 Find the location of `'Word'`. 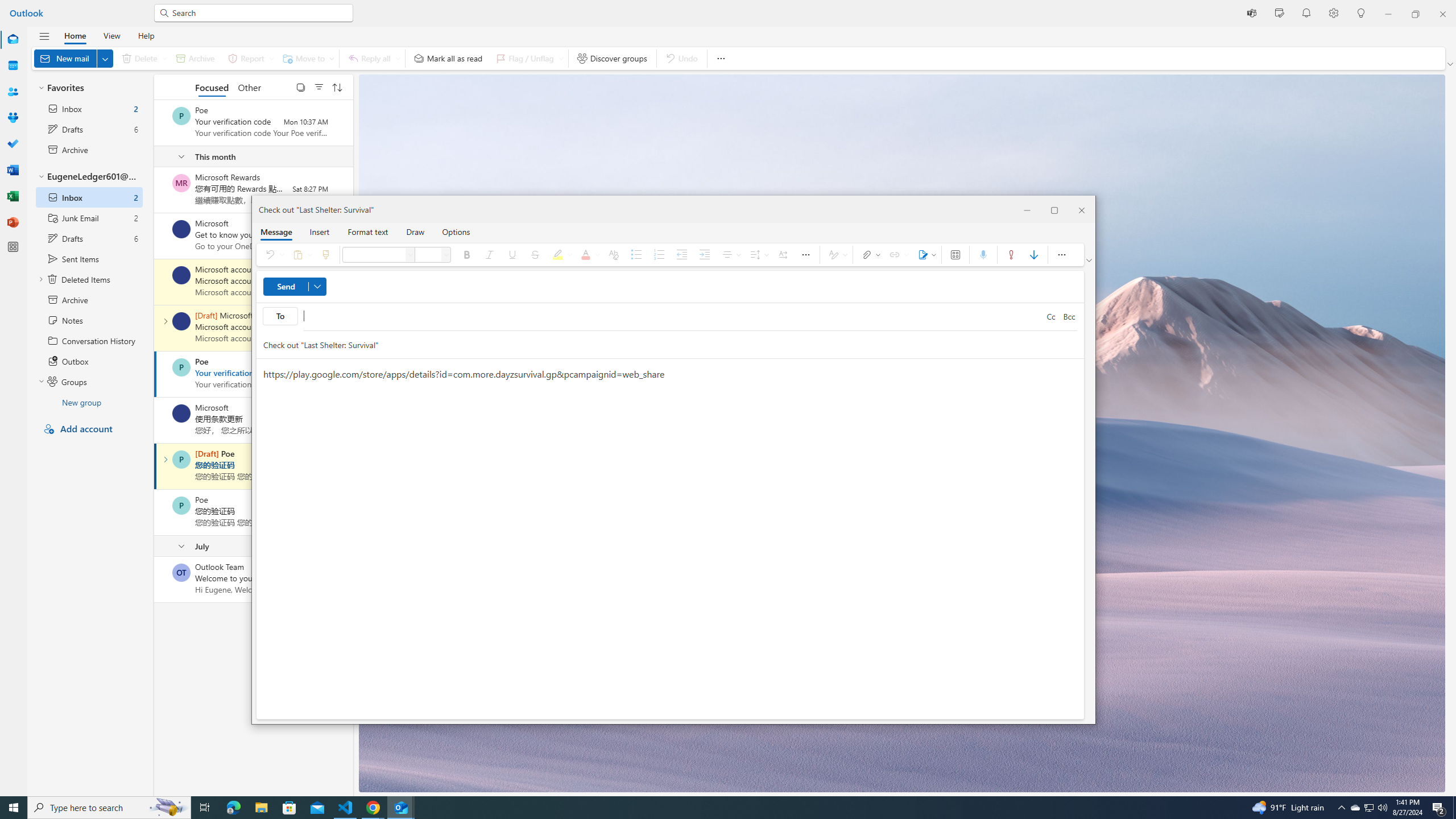

'Word' is located at coordinates (13, 169).